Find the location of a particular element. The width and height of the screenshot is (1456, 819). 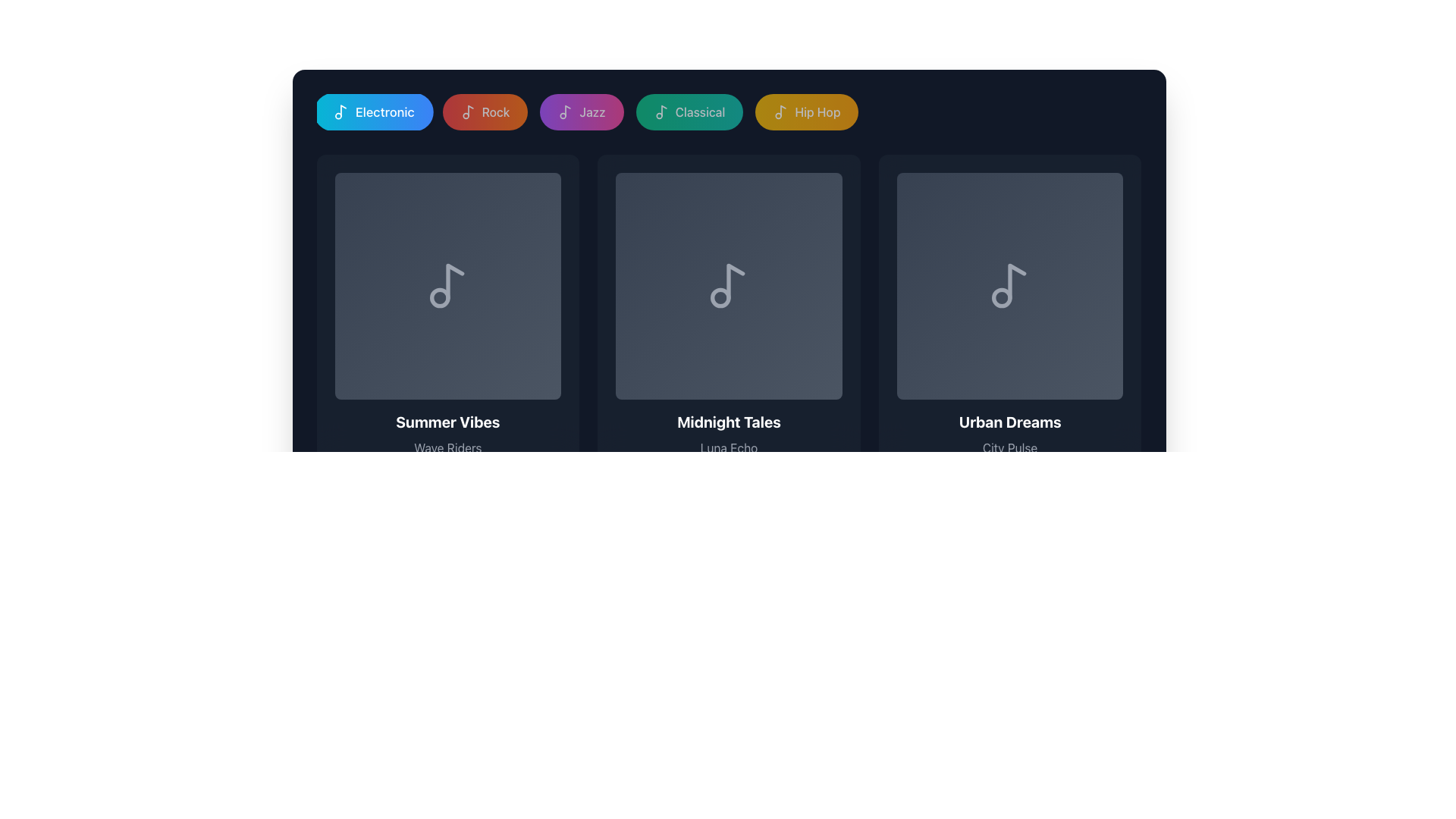

the Static Text Label providing additional descriptive information below the title 'Midnight Tales' in the center card among three horizontally aligned cards is located at coordinates (729, 447).